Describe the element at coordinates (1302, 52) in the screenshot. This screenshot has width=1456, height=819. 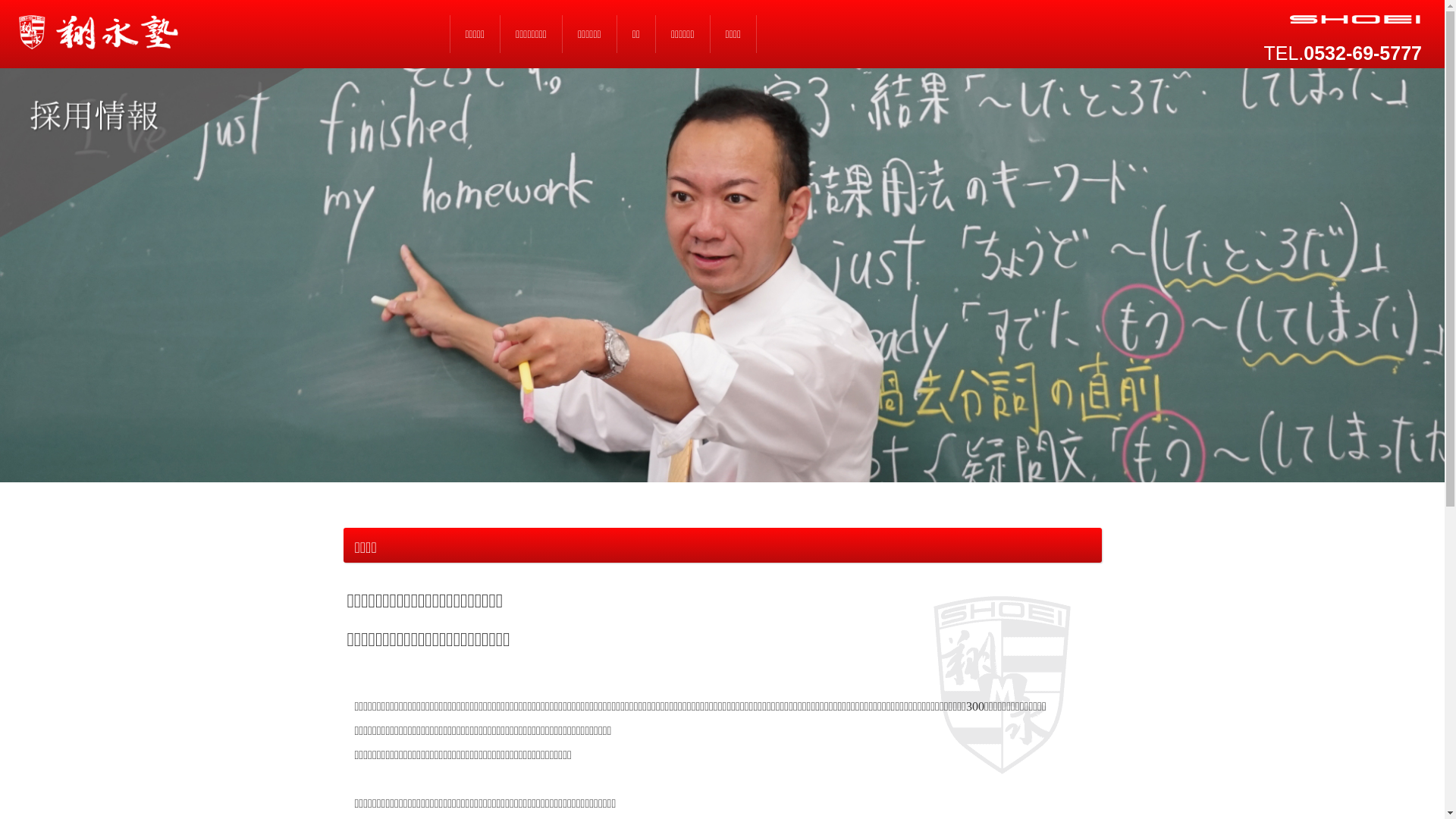
I see `'0532-69-5777'` at that location.